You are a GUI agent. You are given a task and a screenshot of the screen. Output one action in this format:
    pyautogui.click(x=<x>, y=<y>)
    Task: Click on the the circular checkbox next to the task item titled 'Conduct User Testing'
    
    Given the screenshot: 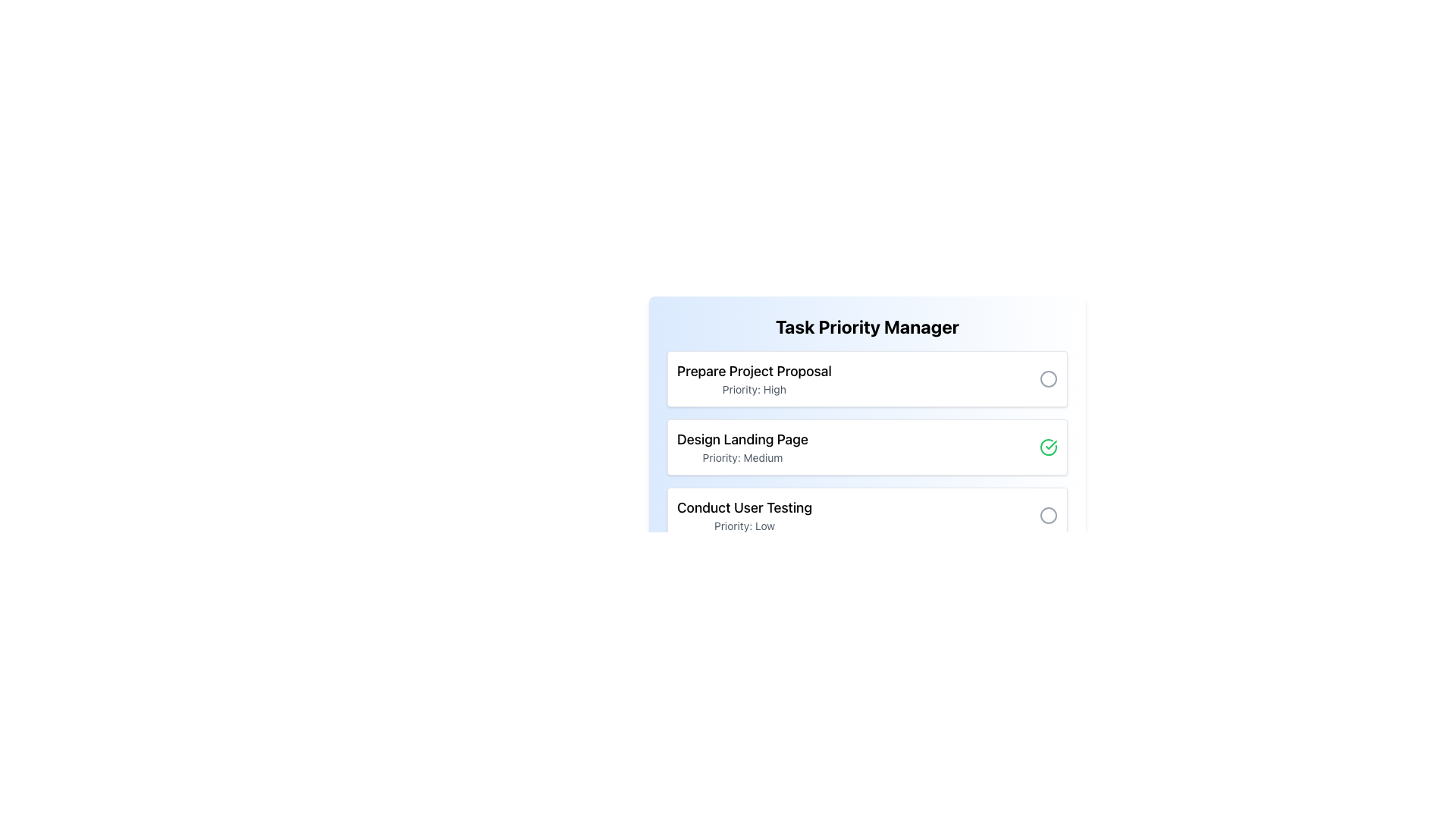 What is the action you would take?
    pyautogui.click(x=867, y=514)
    